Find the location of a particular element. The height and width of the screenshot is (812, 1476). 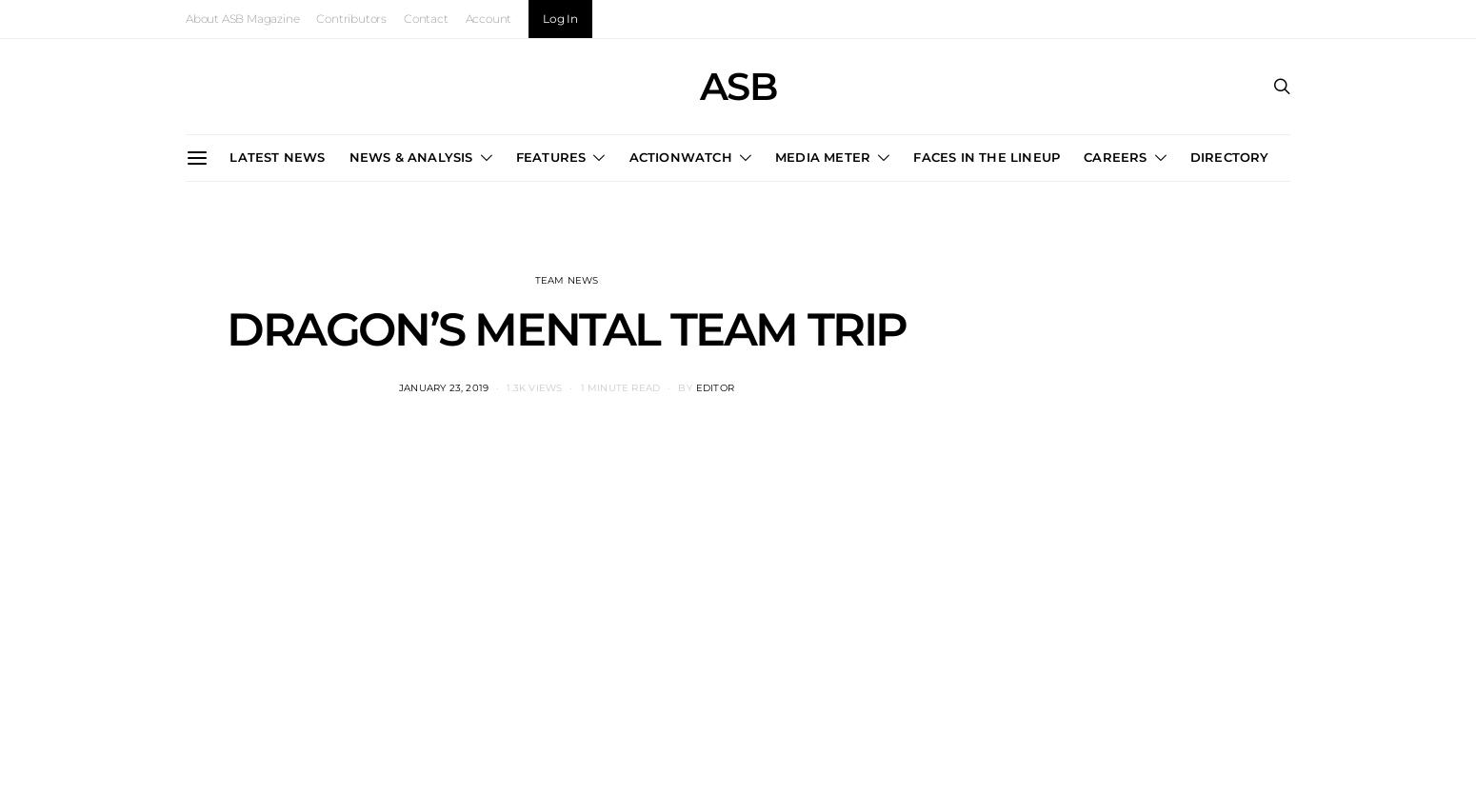

'FEATURES' is located at coordinates (549, 155).